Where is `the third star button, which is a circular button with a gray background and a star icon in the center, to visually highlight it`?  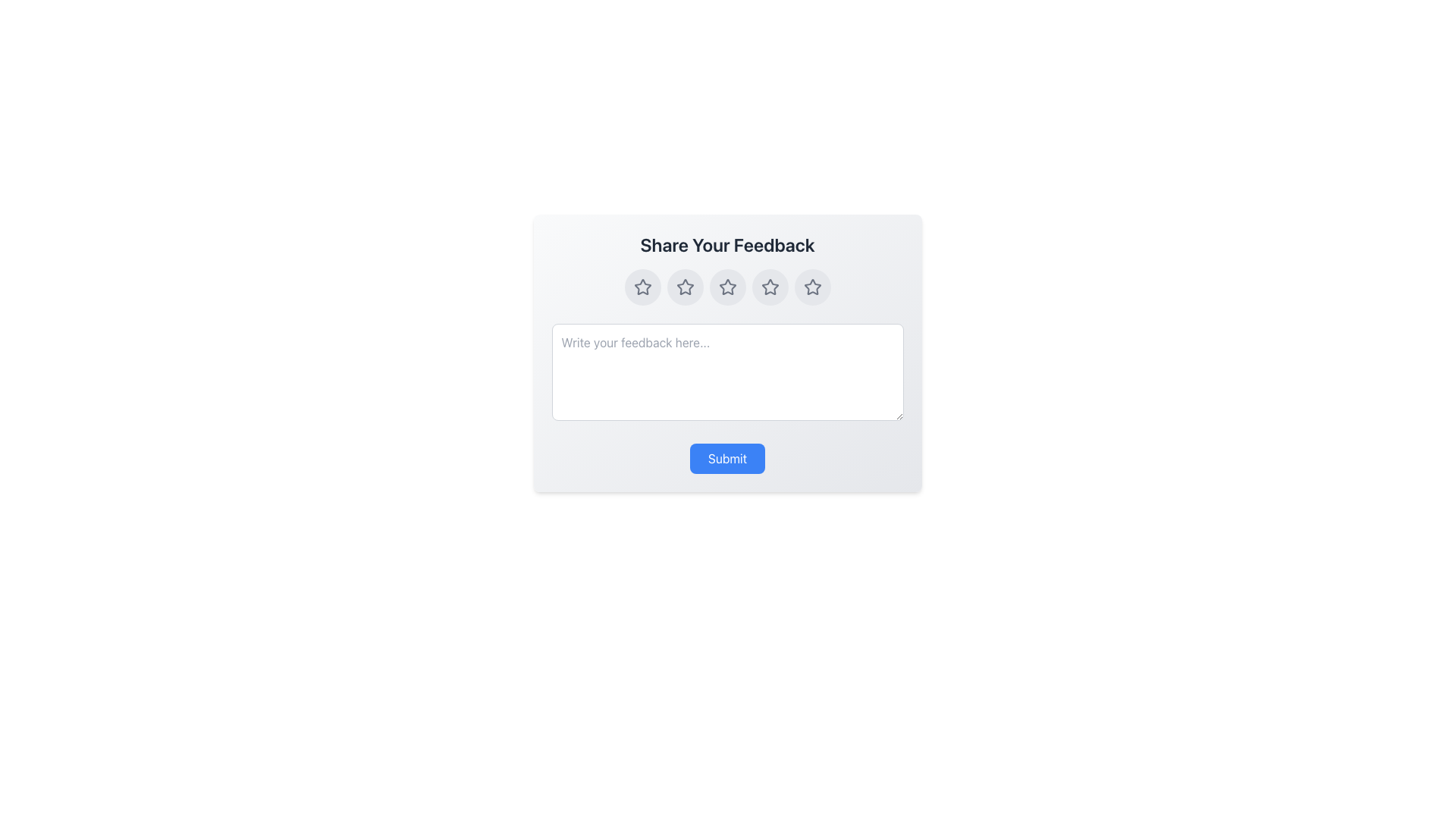 the third star button, which is a circular button with a gray background and a star icon in the center, to visually highlight it is located at coordinates (726, 287).